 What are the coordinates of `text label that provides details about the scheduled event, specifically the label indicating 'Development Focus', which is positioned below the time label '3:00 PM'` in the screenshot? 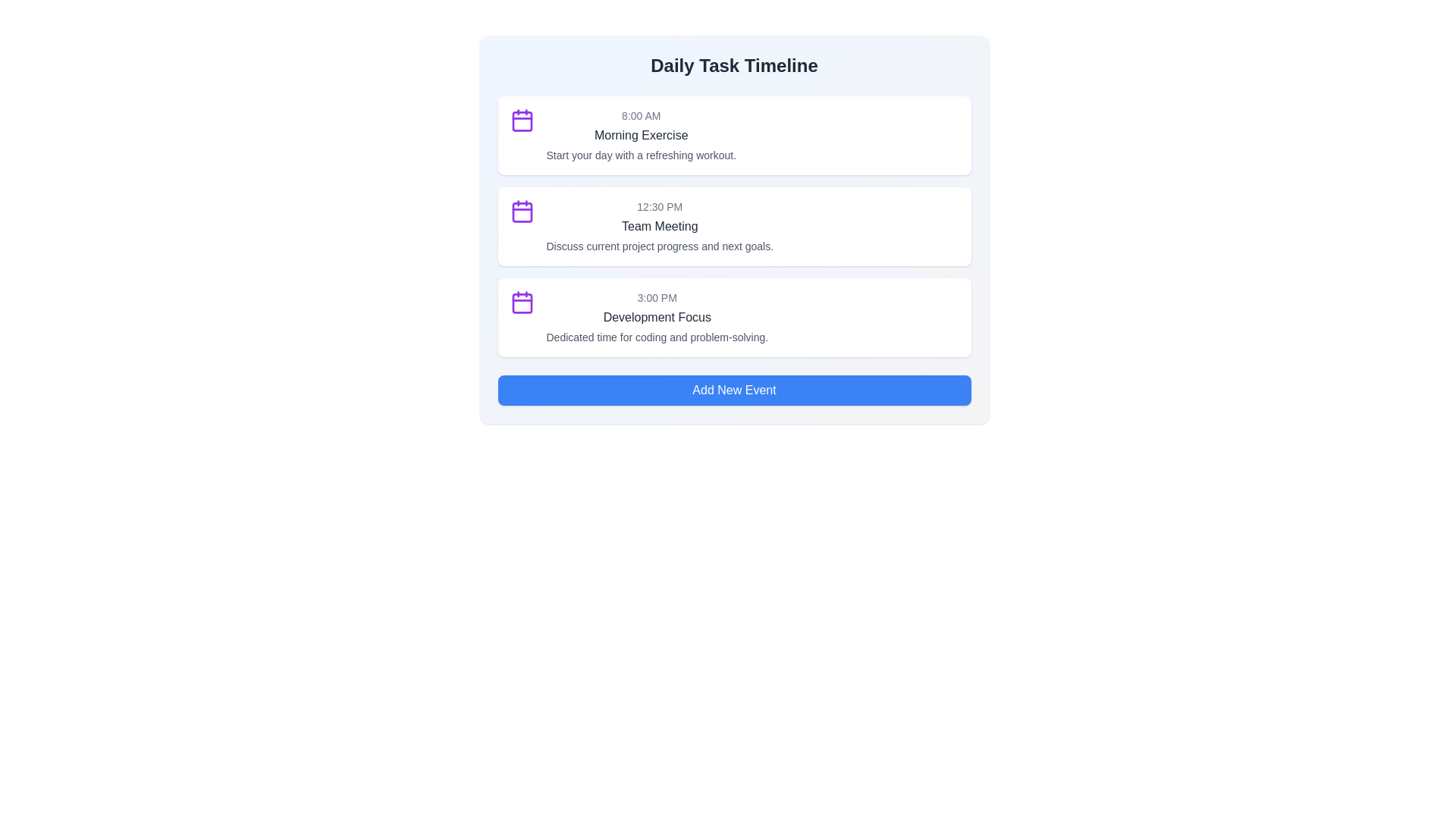 It's located at (657, 336).